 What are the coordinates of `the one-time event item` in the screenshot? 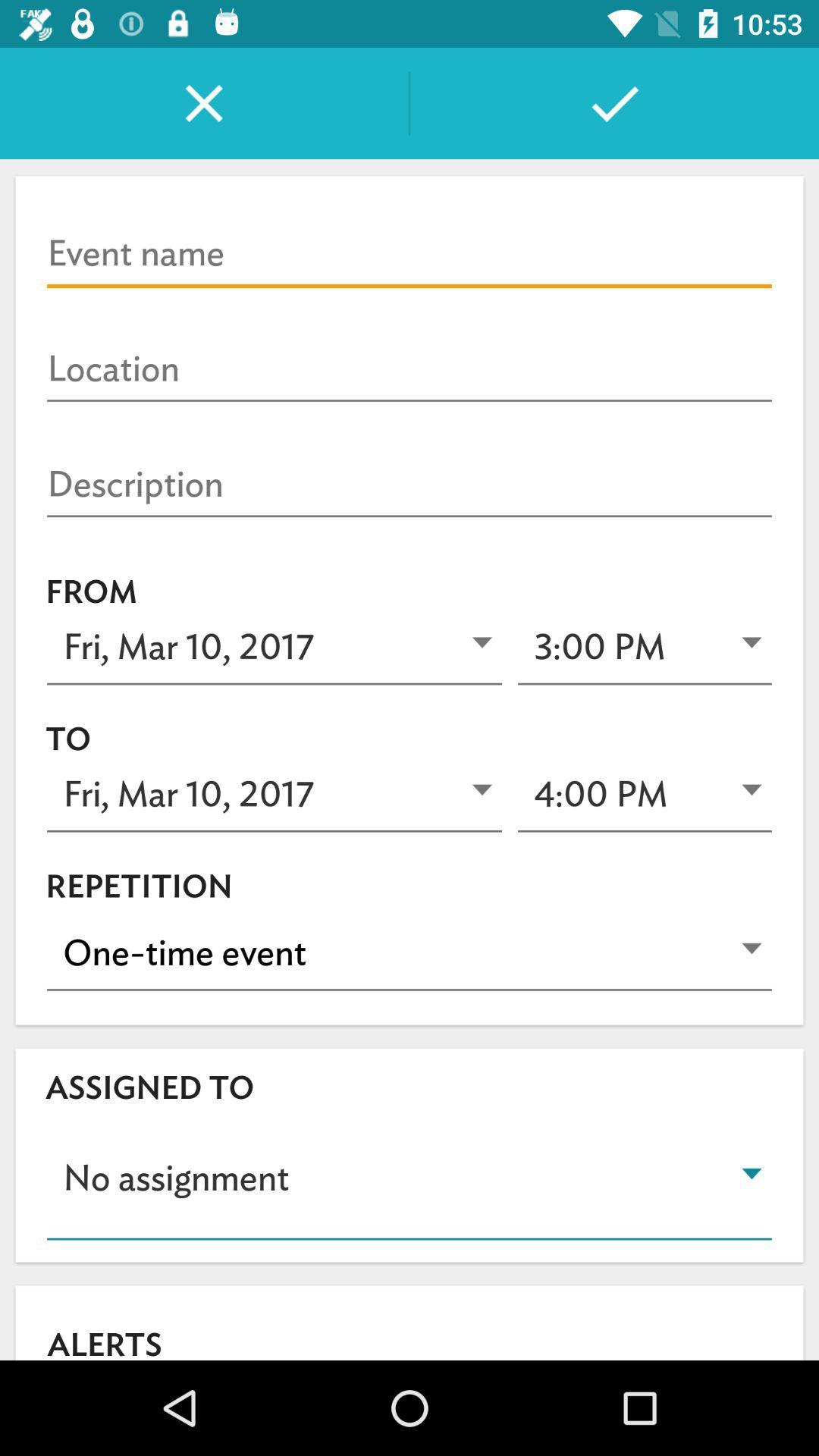 It's located at (409, 952).